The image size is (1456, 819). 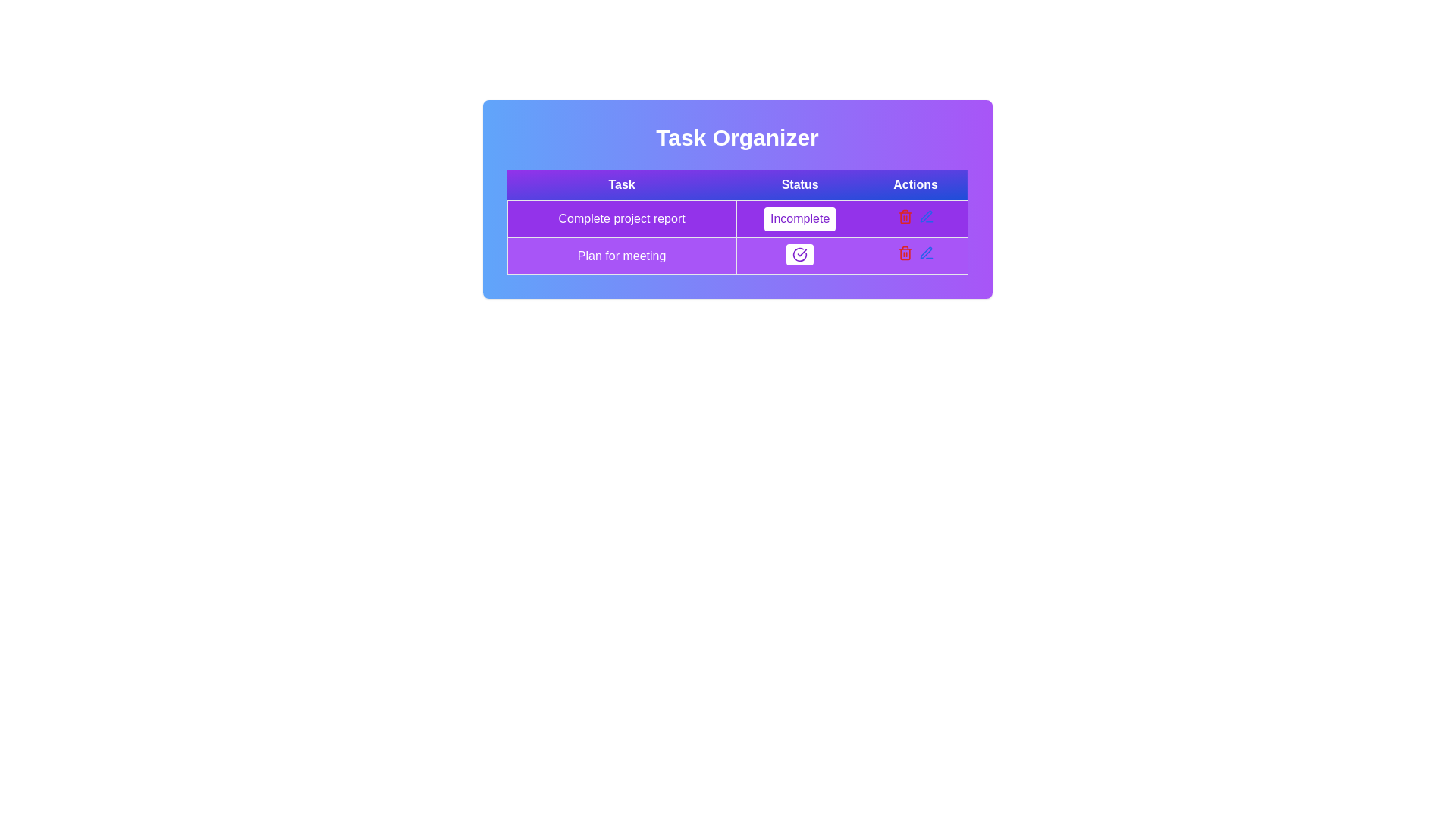 I want to click on the button with a white rectangular background and a purple circular check icon located under the 'Status' column in the second row for the 'Plan for meeting' task, so click(x=799, y=255).